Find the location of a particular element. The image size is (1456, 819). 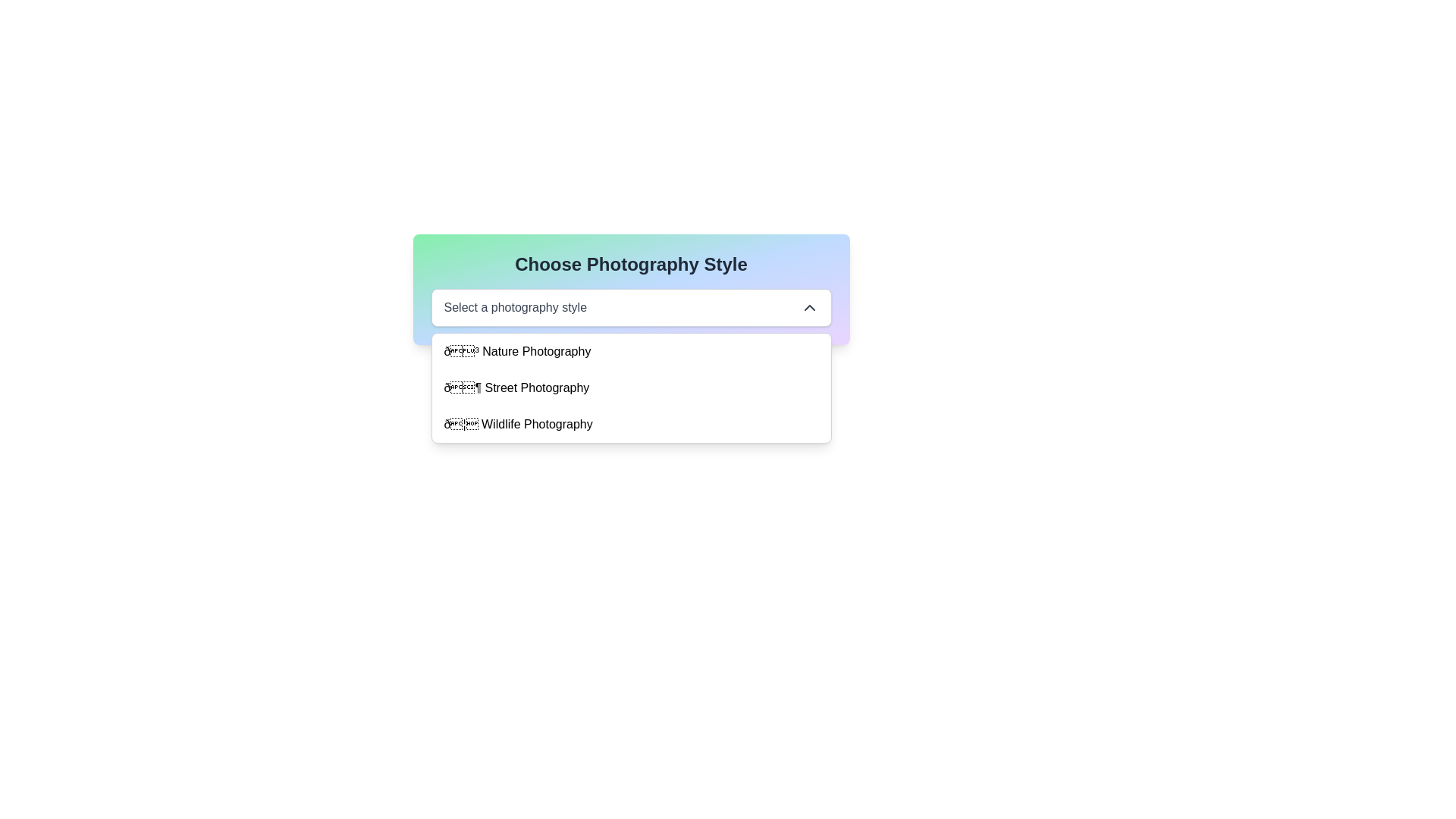

the dropdown toggle labeled 'Select a photography style' is located at coordinates (631, 307).